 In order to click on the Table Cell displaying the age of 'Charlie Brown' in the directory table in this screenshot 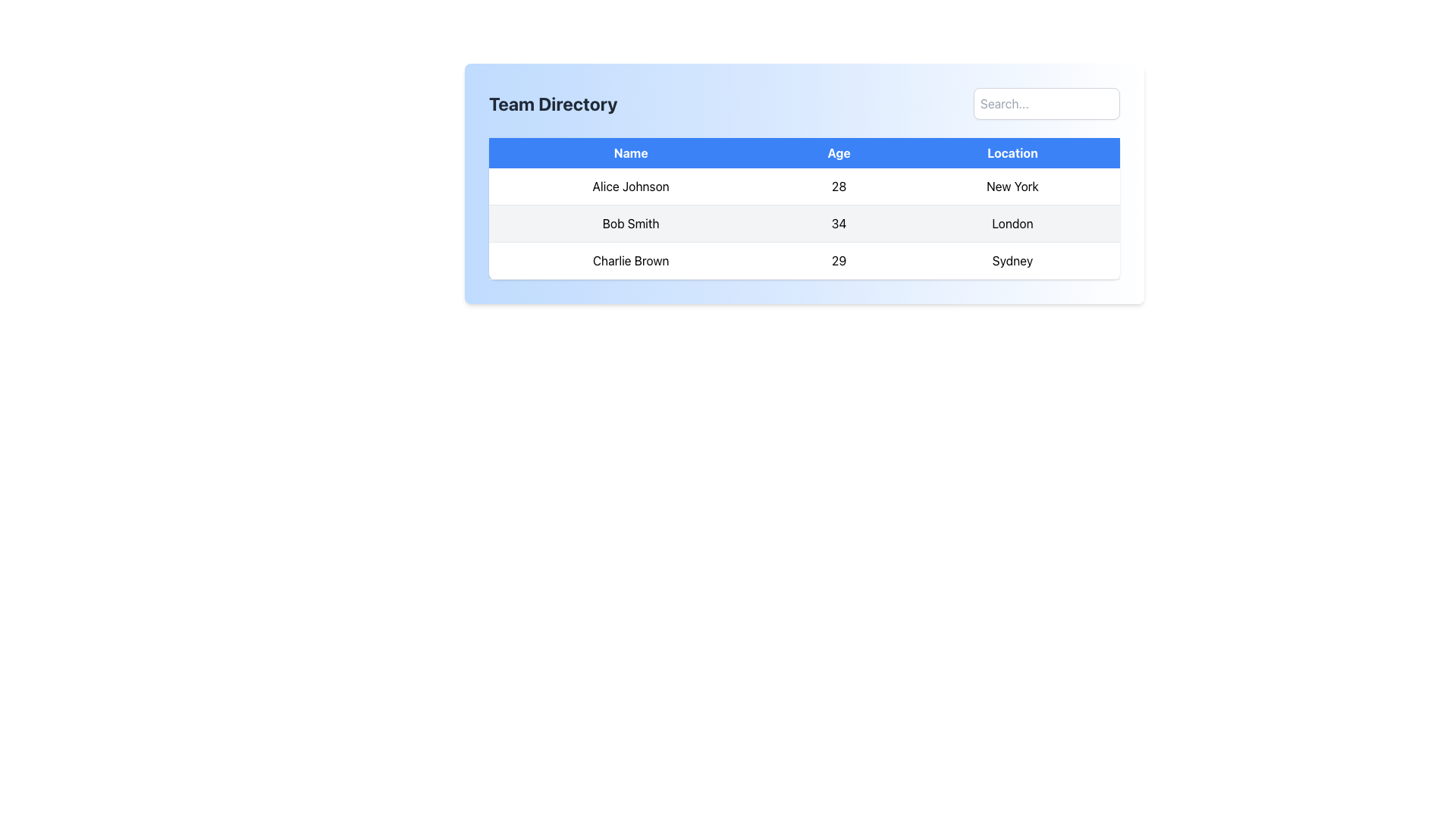, I will do `click(838, 259)`.